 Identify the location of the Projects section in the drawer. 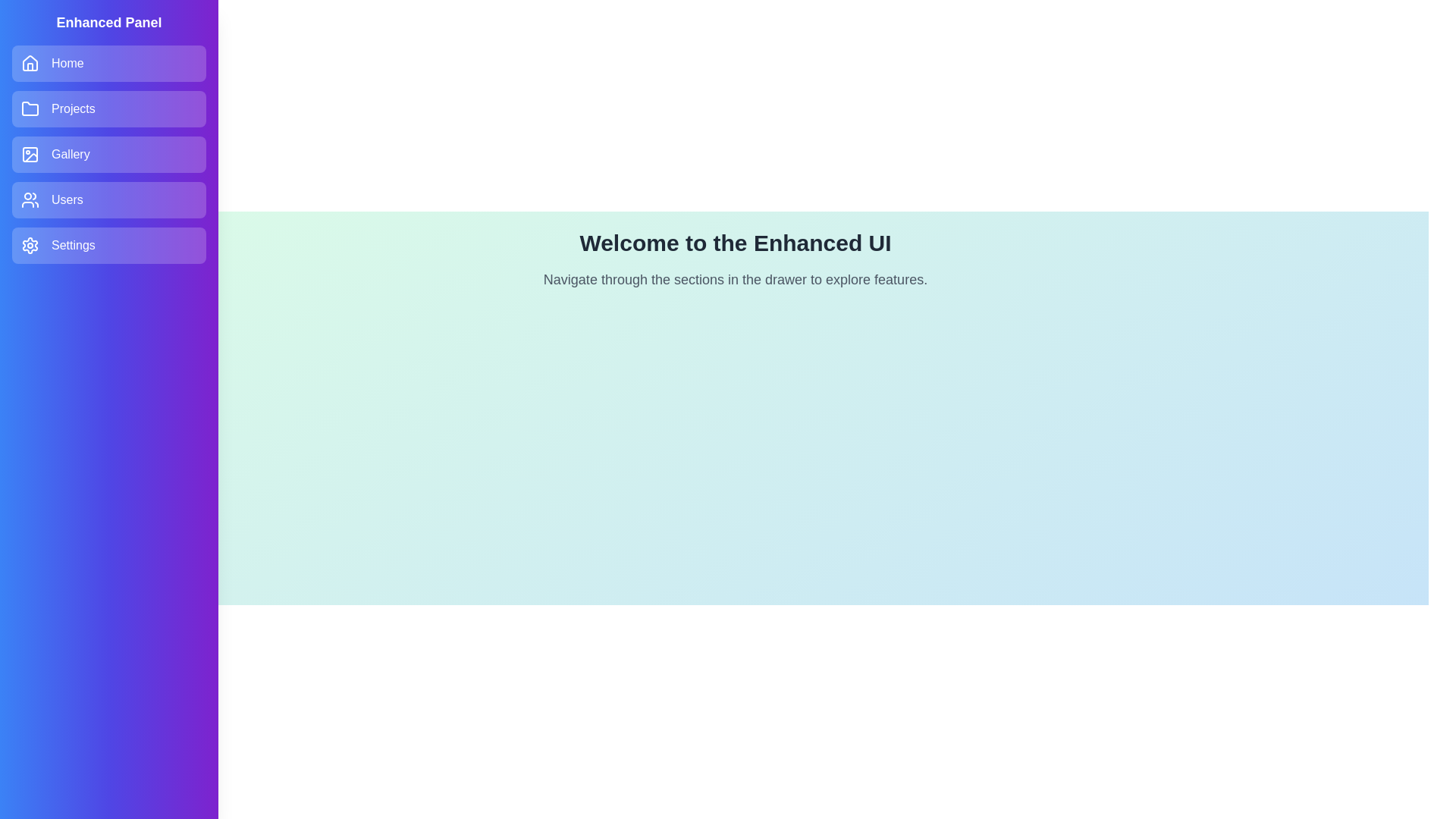
(108, 108).